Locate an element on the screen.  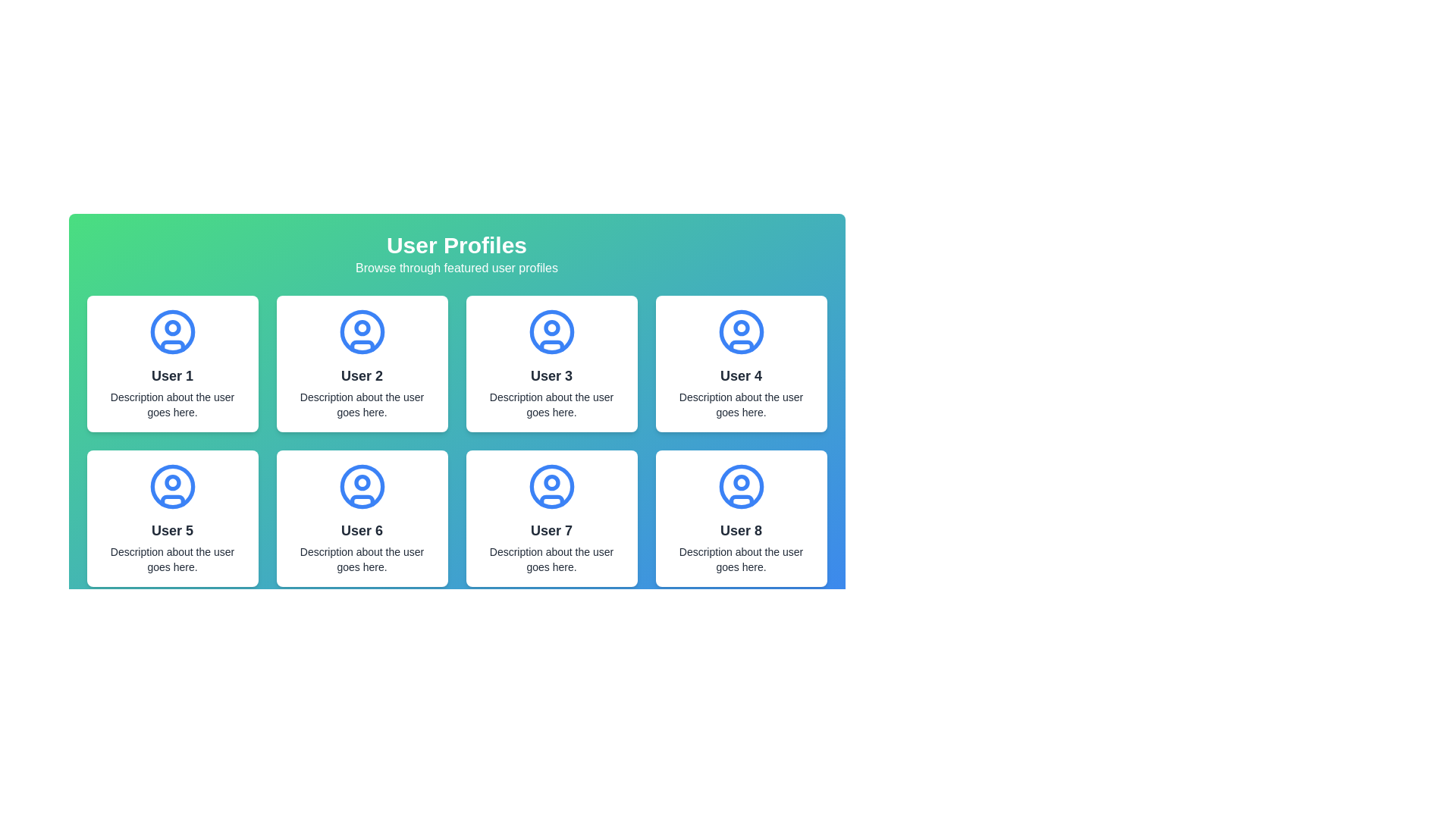
the decorative circle within the user profile icon of 'User 8' card, which represents the user's head in the illustration is located at coordinates (741, 482).